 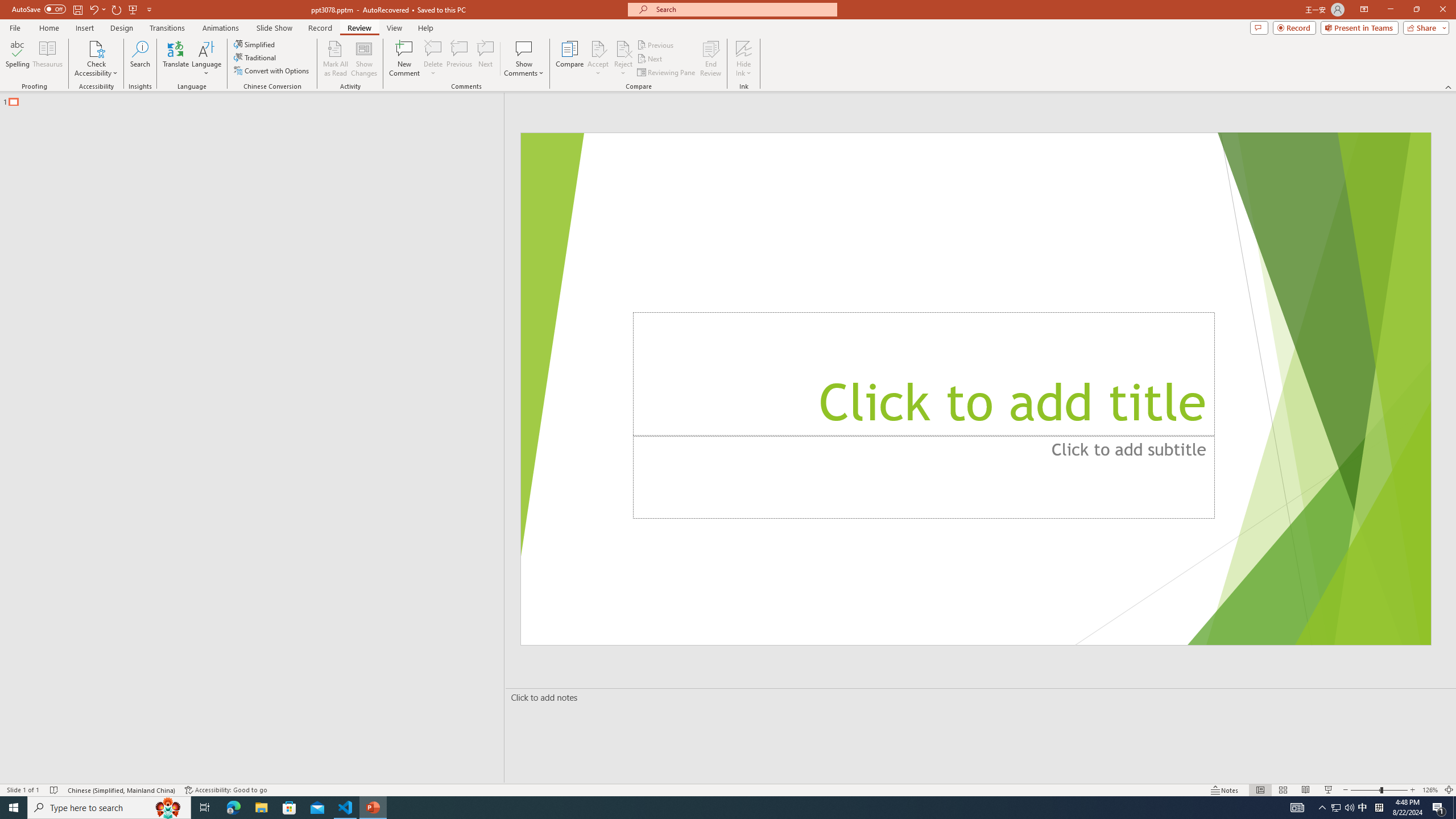 What do you see at coordinates (622, 59) in the screenshot?
I see `'Reject'` at bounding box center [622, 59].